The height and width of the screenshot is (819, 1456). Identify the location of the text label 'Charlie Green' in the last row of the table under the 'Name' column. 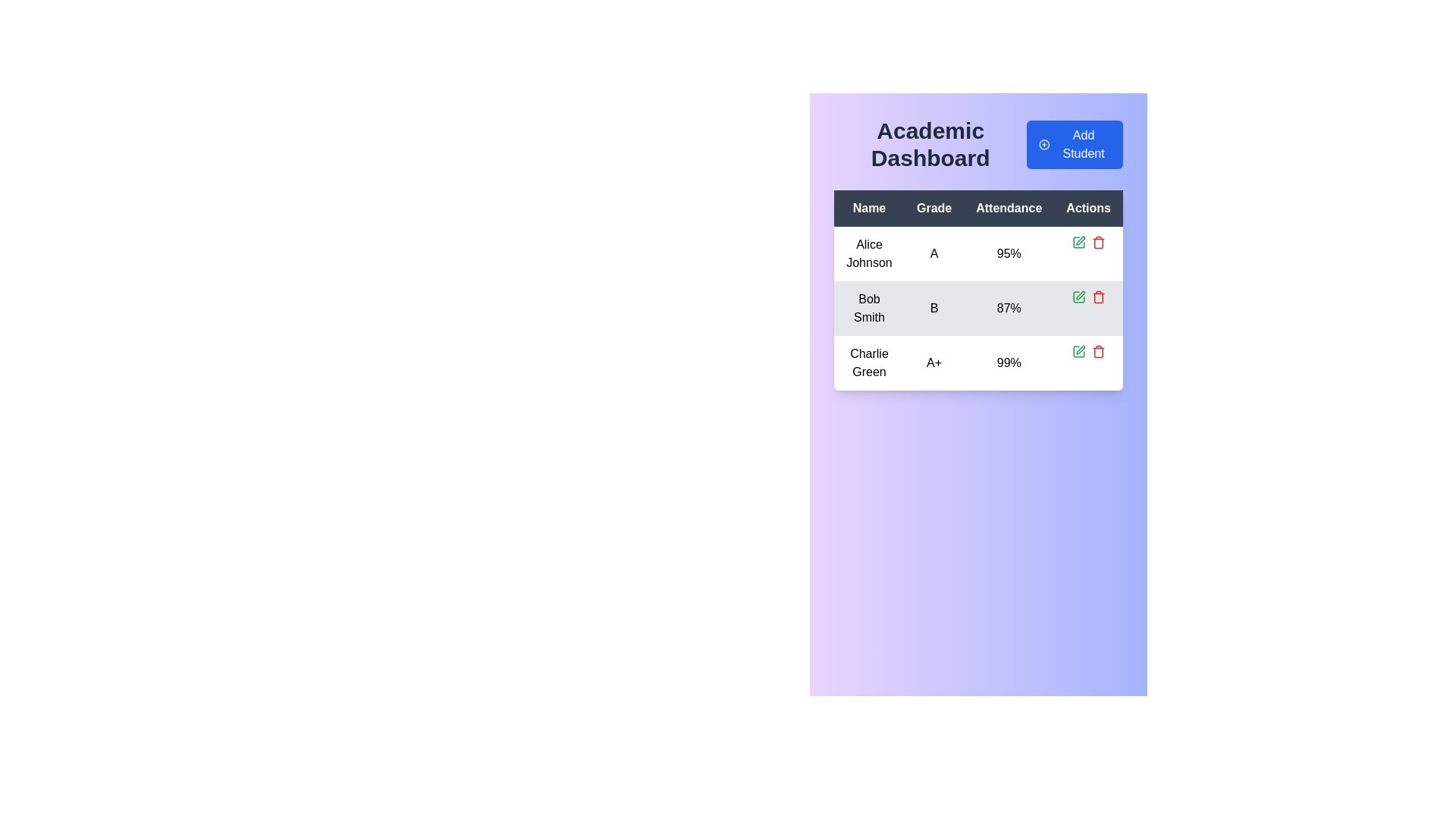
(869, 362).